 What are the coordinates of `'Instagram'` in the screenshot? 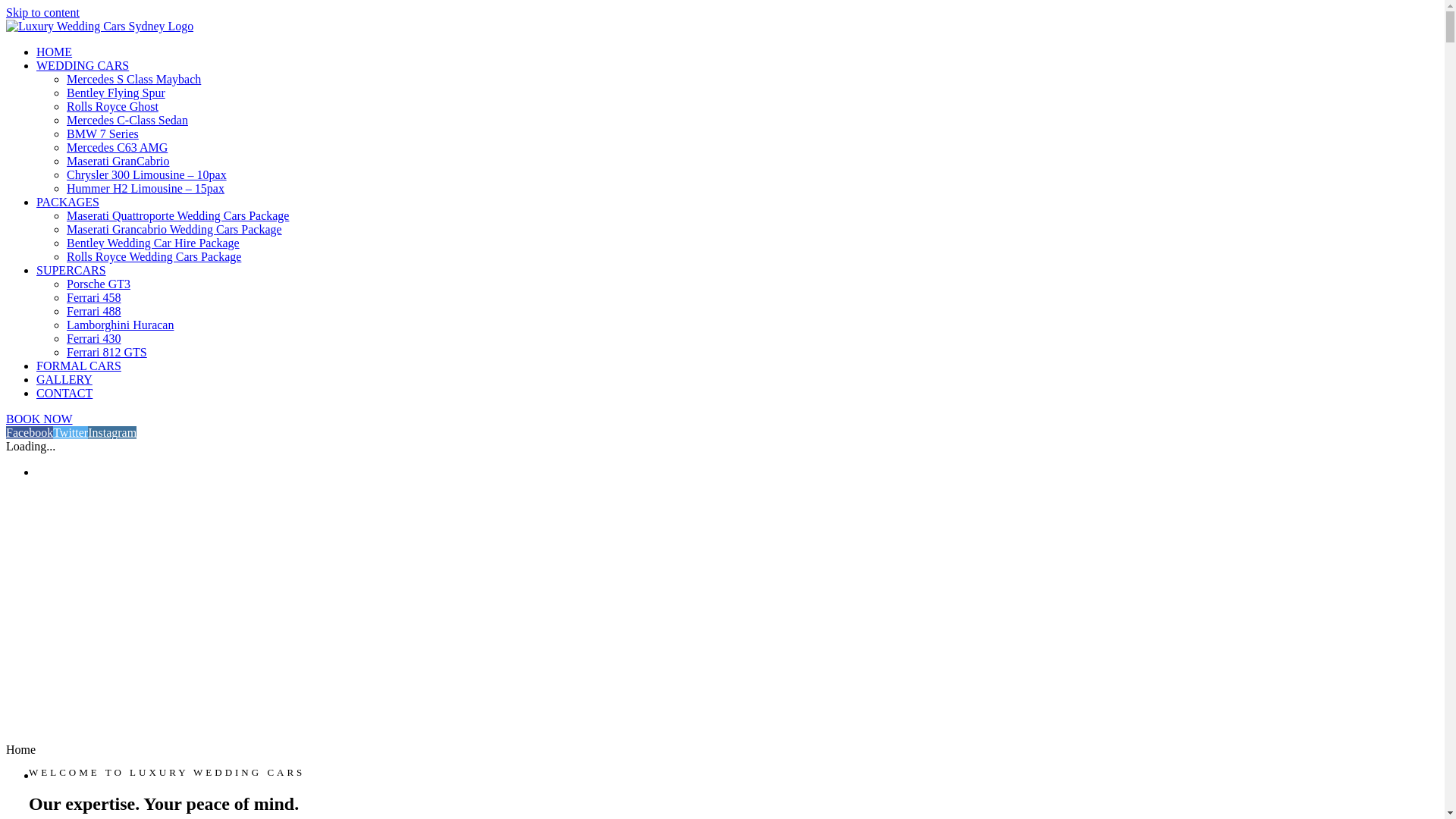 It's located at (111, 432).